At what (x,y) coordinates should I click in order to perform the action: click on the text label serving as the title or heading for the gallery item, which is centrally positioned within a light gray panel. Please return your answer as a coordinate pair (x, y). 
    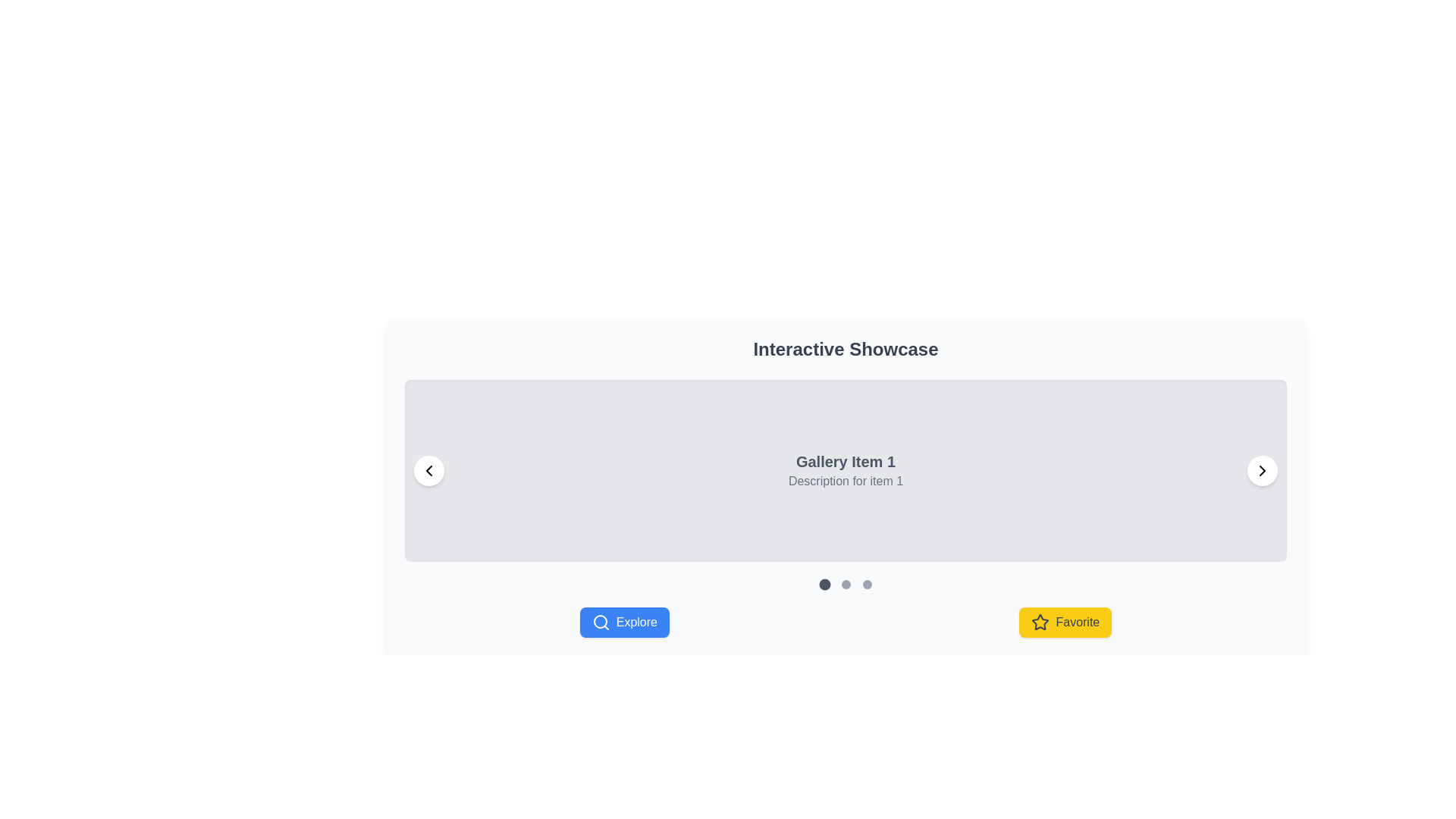
    Looking at the image, I should click on (845, 461).